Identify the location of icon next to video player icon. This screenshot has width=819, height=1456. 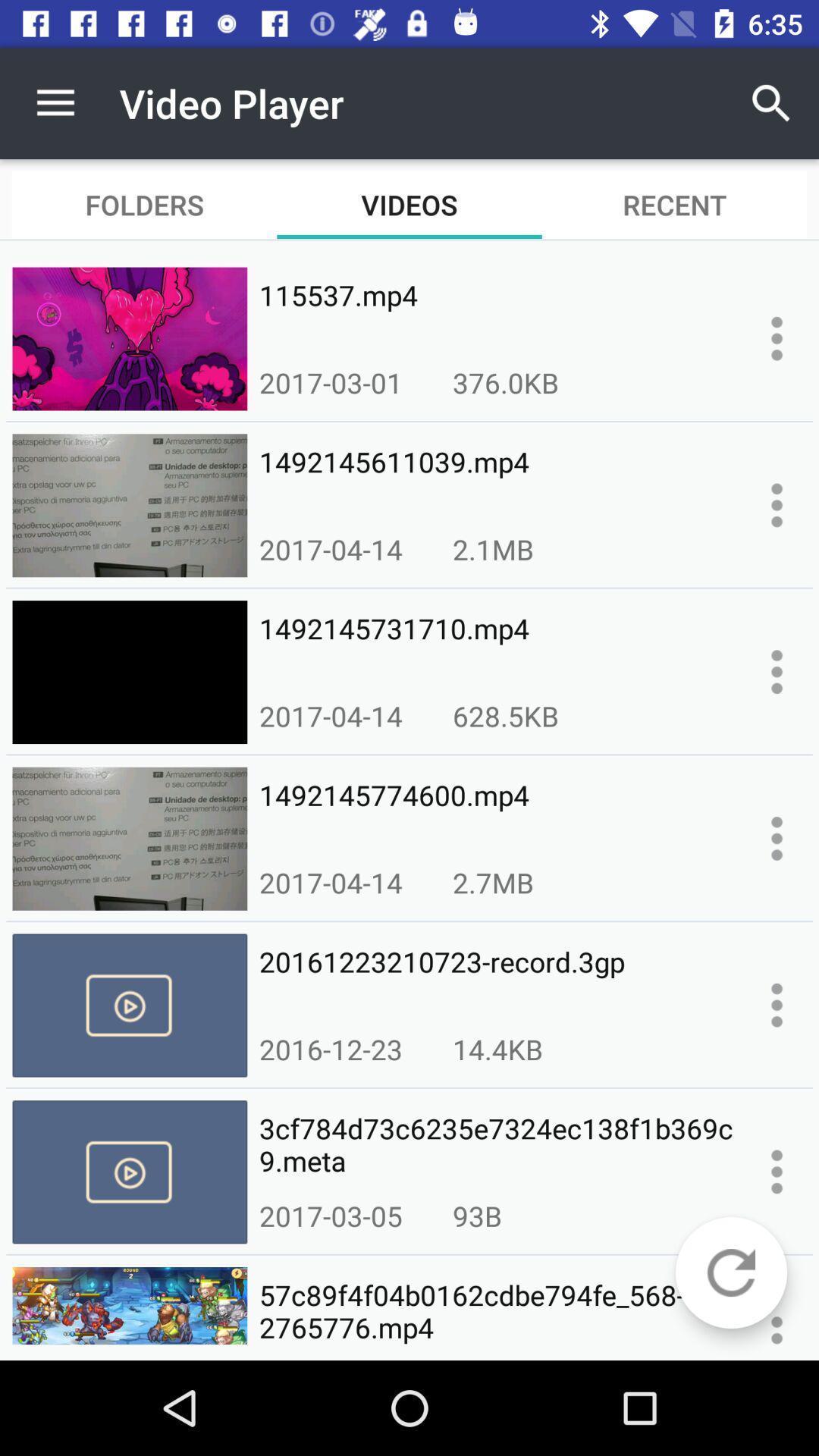
(55, 102).